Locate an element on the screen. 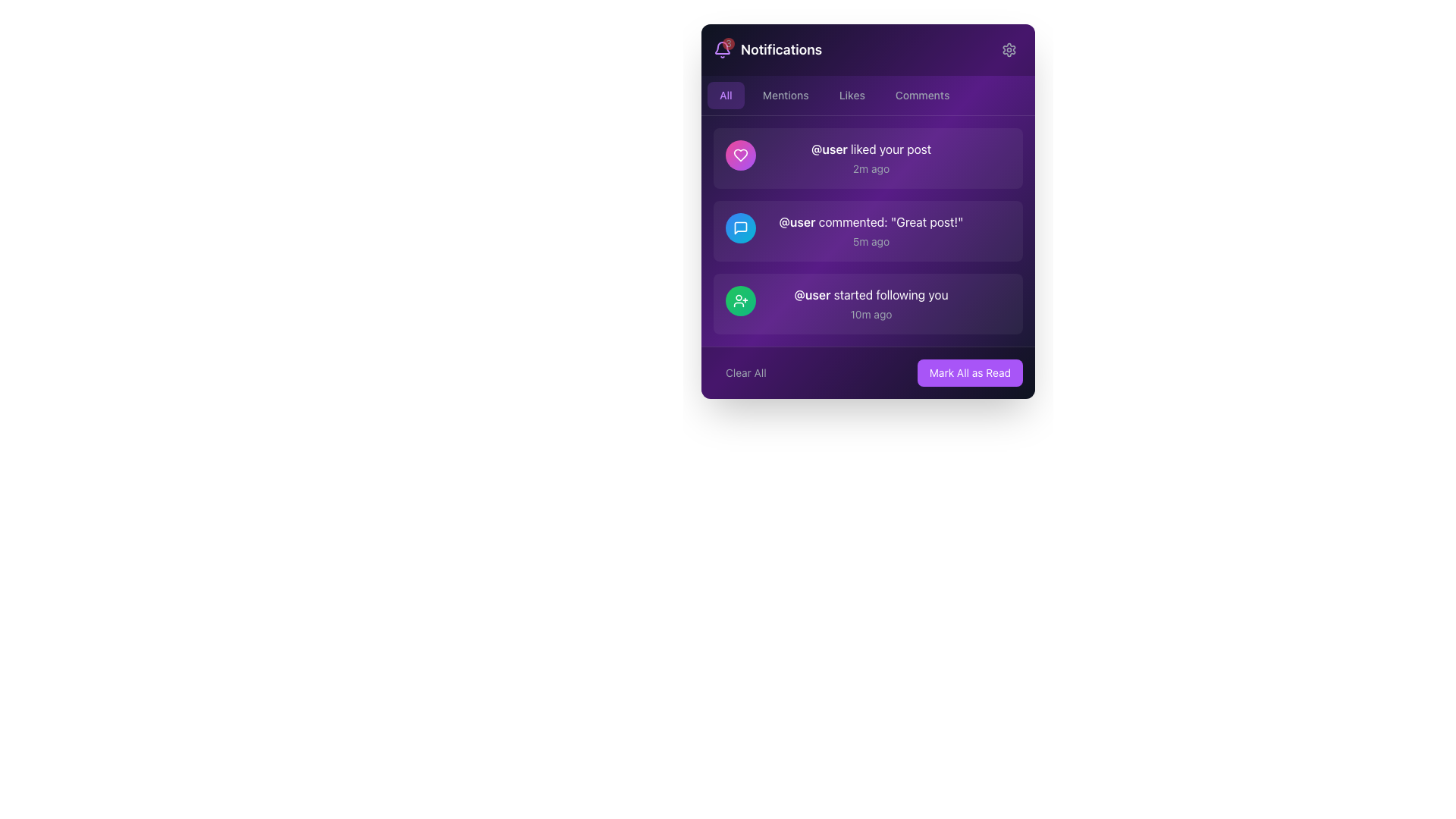  the comment notification icon positioned left of the text '@user commented: 'Great post!'' in the user notification panel is located at coordinates (741, 227).